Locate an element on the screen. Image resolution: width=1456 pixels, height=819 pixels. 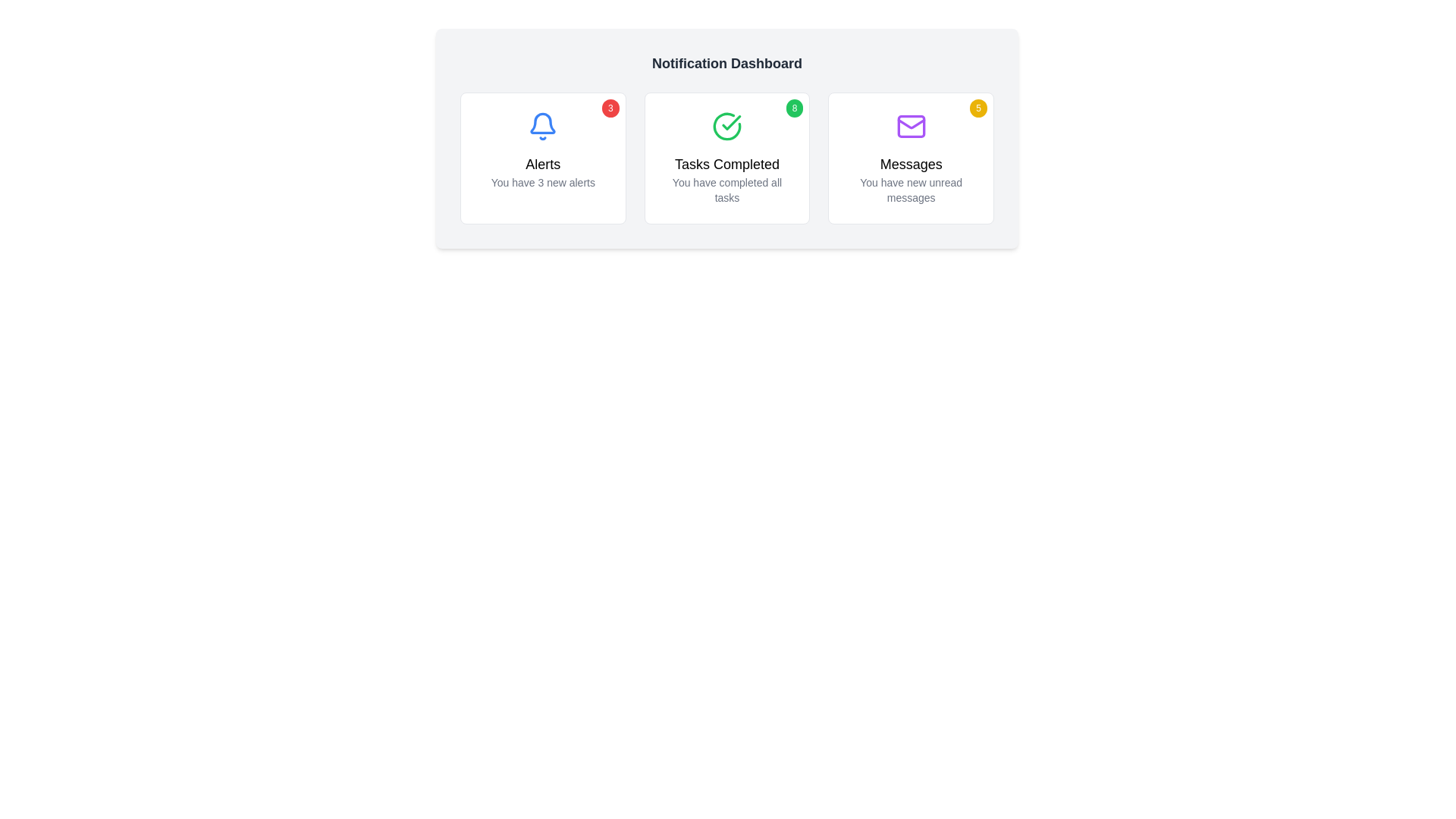
the checkmark graphic icon indicating successful task completion, located on the second card in the 'Tasks Completed' section is located at coordinates (731, 122).